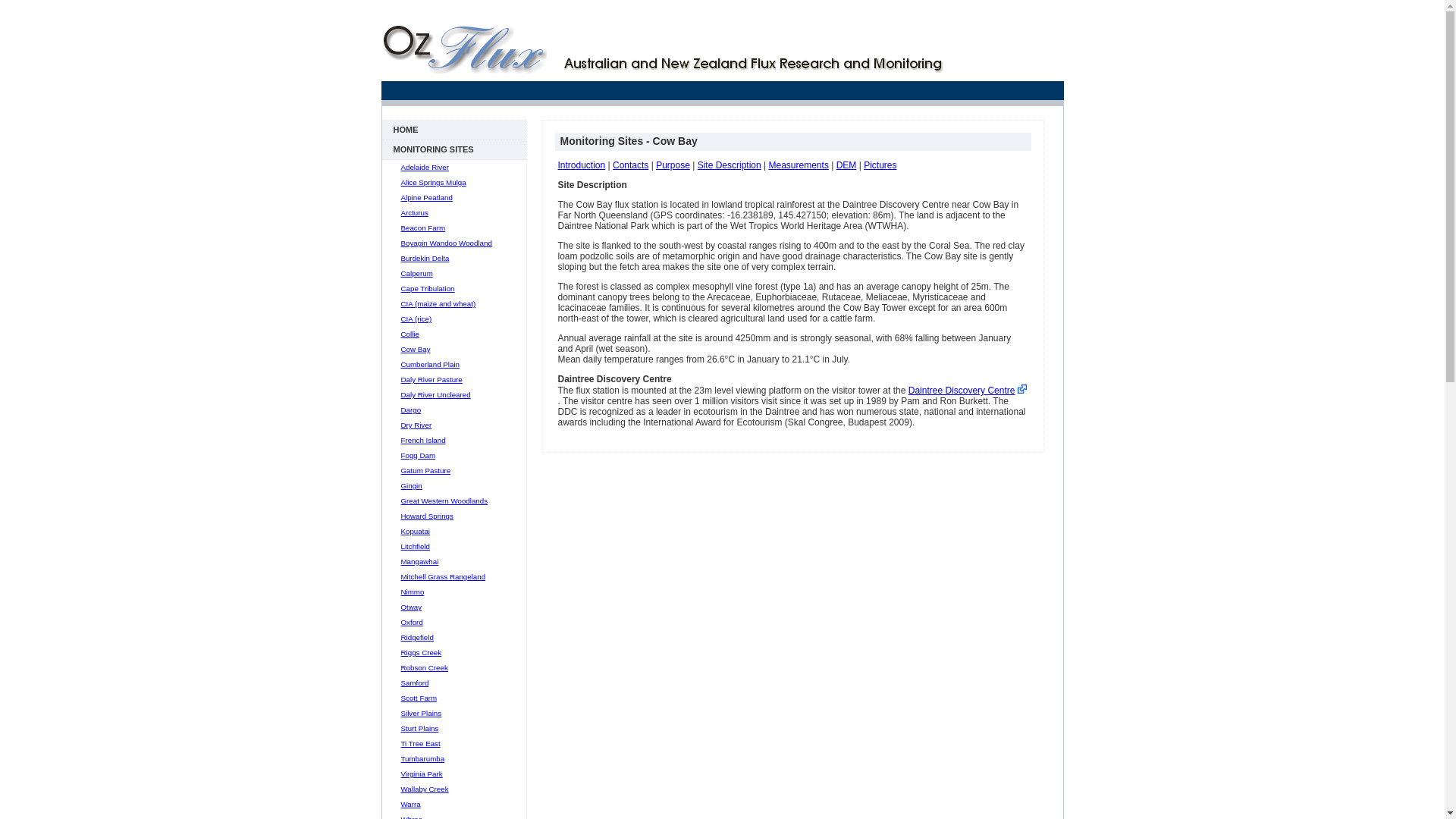 This screenshot has width=1456, height=819. What do you see at coordinates (581, 165) in the screenshot?
I see `'Introduction'` at bounding box center [581, 165].